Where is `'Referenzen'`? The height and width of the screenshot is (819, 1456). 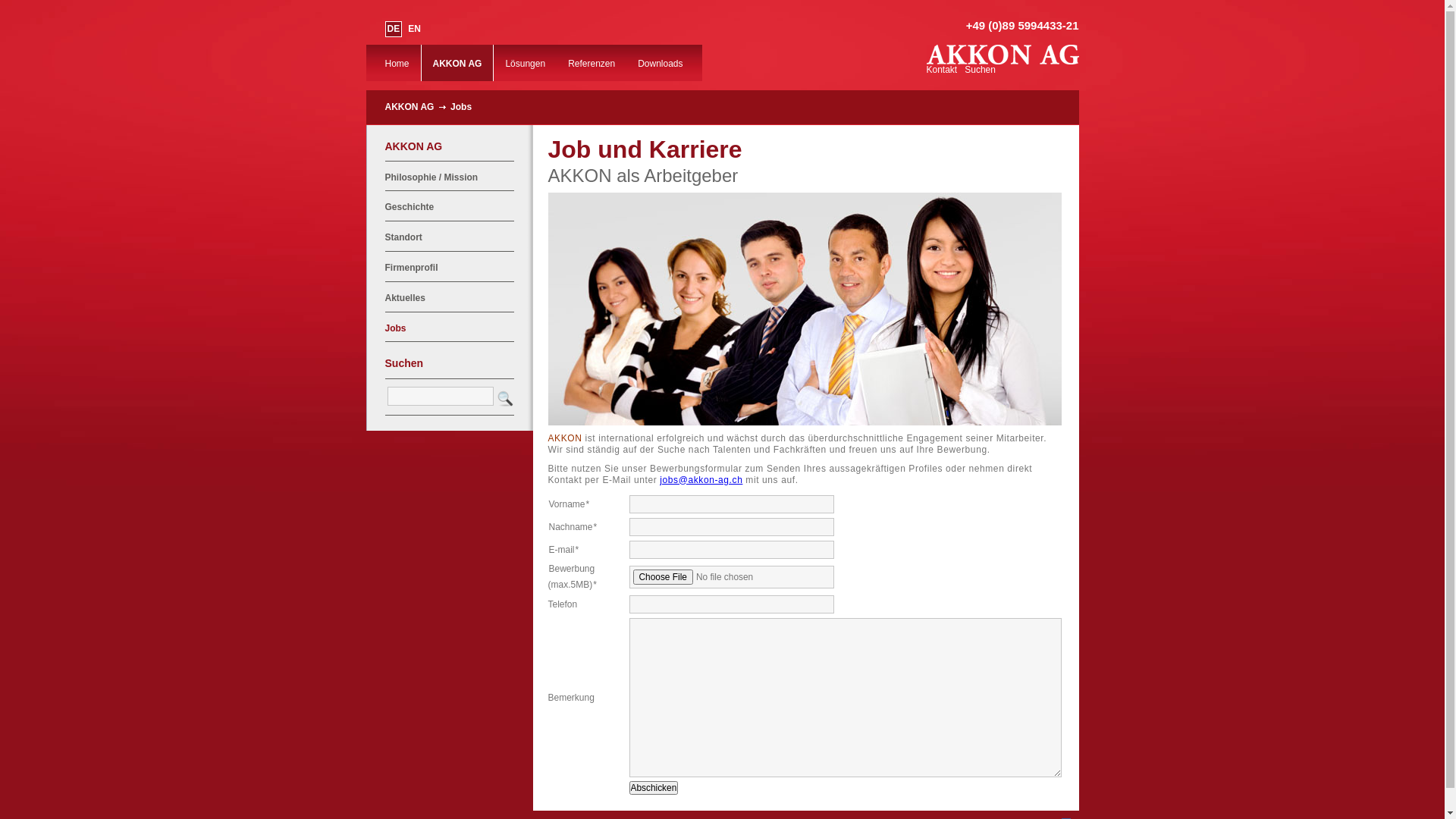
'Referenzen' is located at coordinates (590, 62).